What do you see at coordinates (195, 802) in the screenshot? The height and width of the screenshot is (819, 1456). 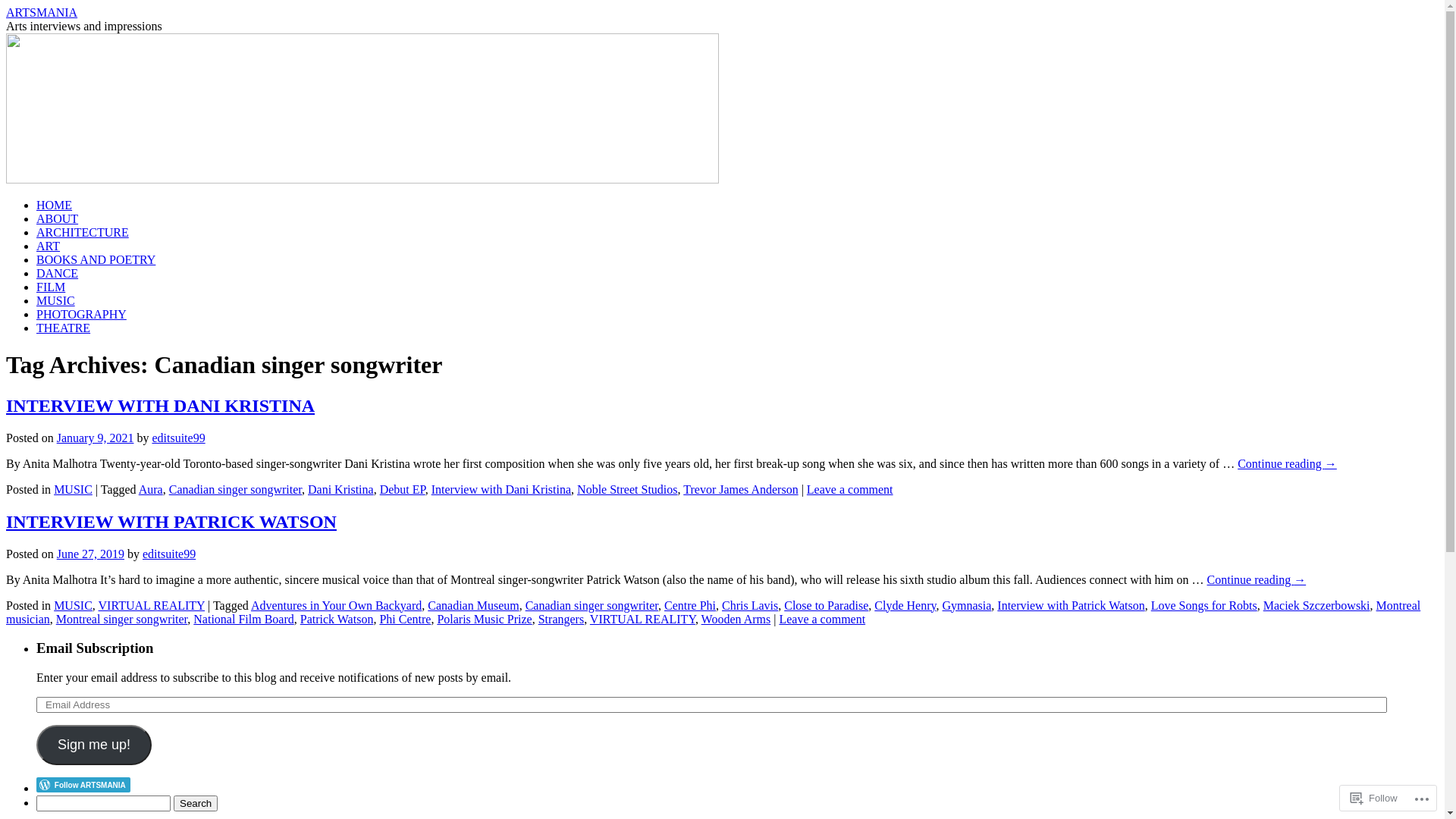 I see `'Search'` at bounding box center [195, 802].